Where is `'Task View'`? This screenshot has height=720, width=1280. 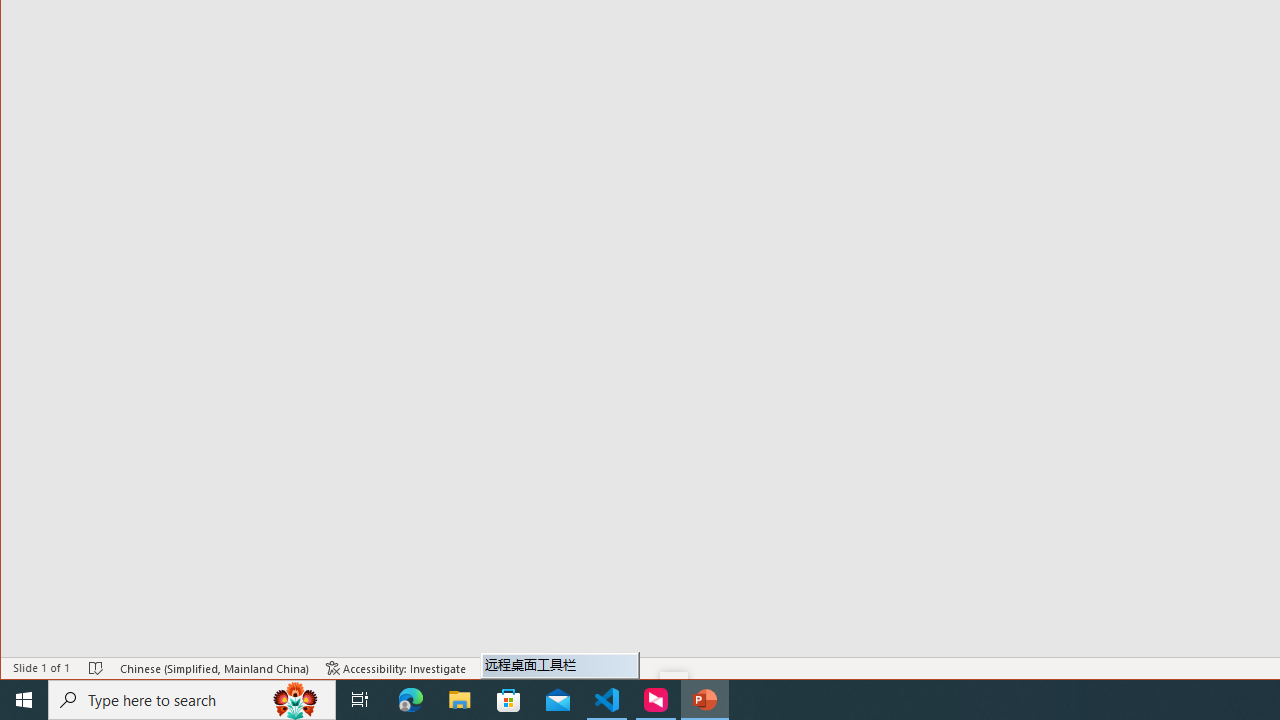
'Task View' is located at coordinates (359, 698).